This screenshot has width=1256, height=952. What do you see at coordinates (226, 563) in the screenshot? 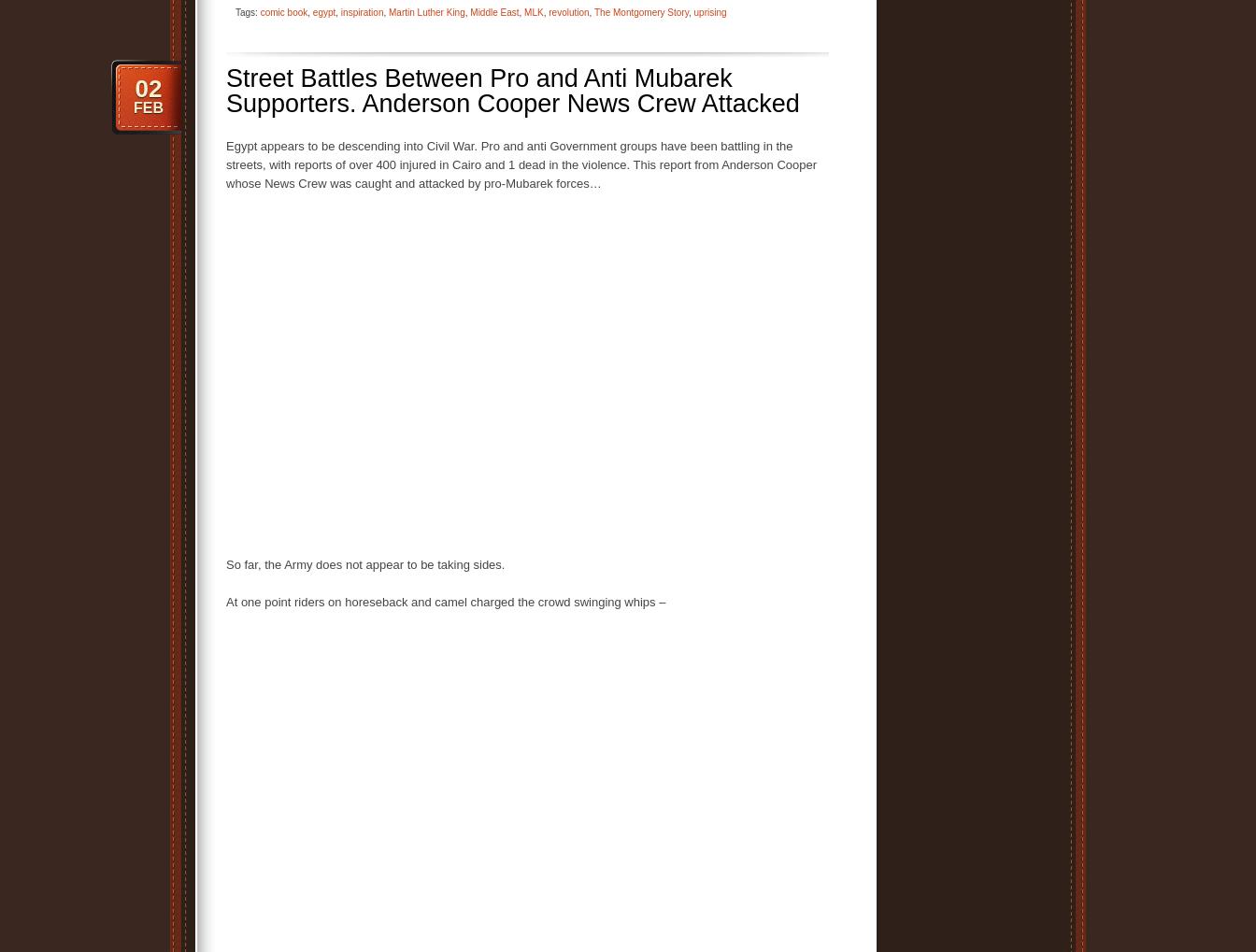
I see `'So far, the Army does not appear to be taking sides.'` at bounding box center [226, 563].